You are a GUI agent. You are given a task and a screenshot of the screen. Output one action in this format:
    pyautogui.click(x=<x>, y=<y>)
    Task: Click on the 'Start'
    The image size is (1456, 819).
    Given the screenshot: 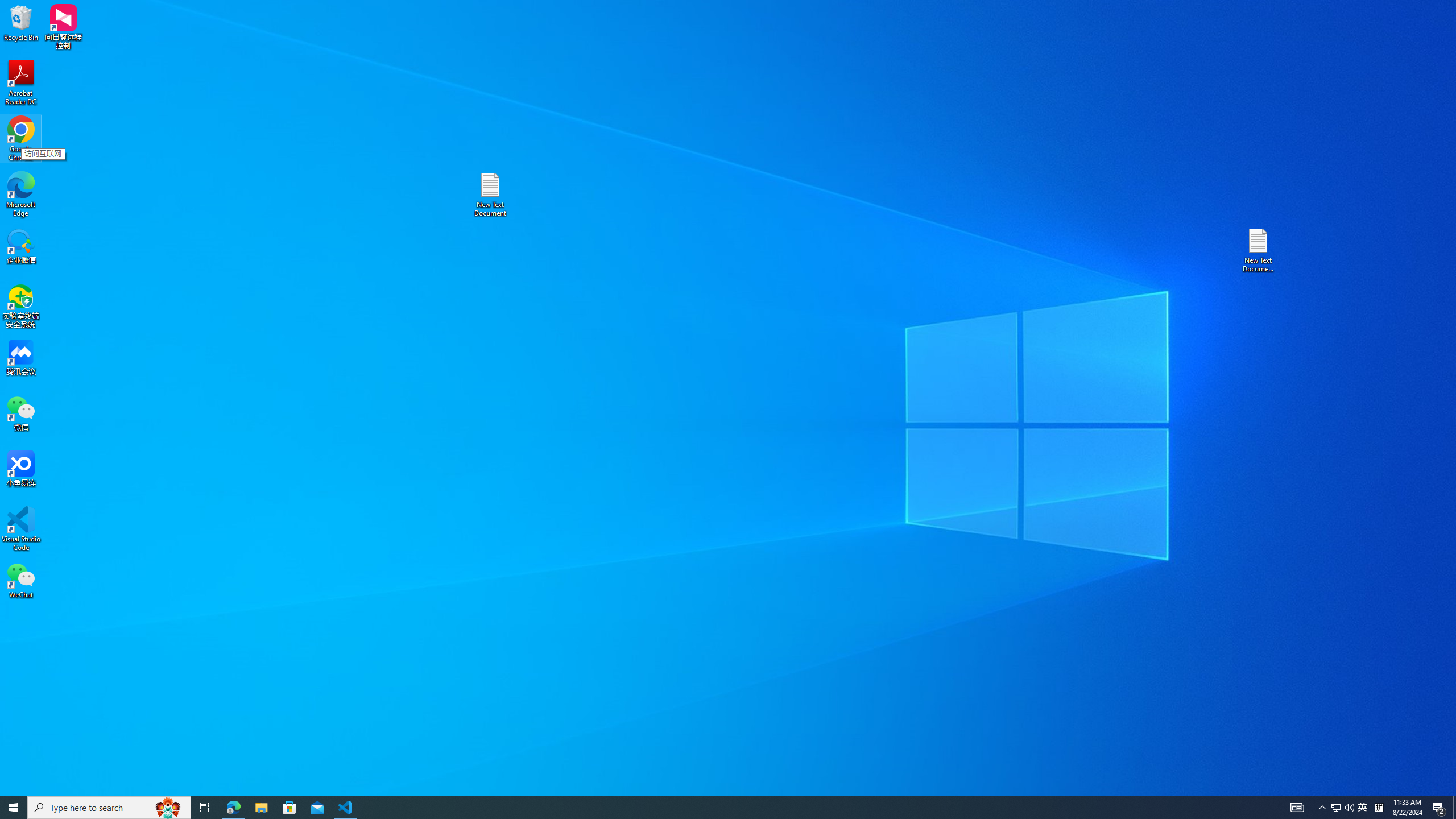 What is the action you would take?
    pyautogui.click(x=14, y=806)
    